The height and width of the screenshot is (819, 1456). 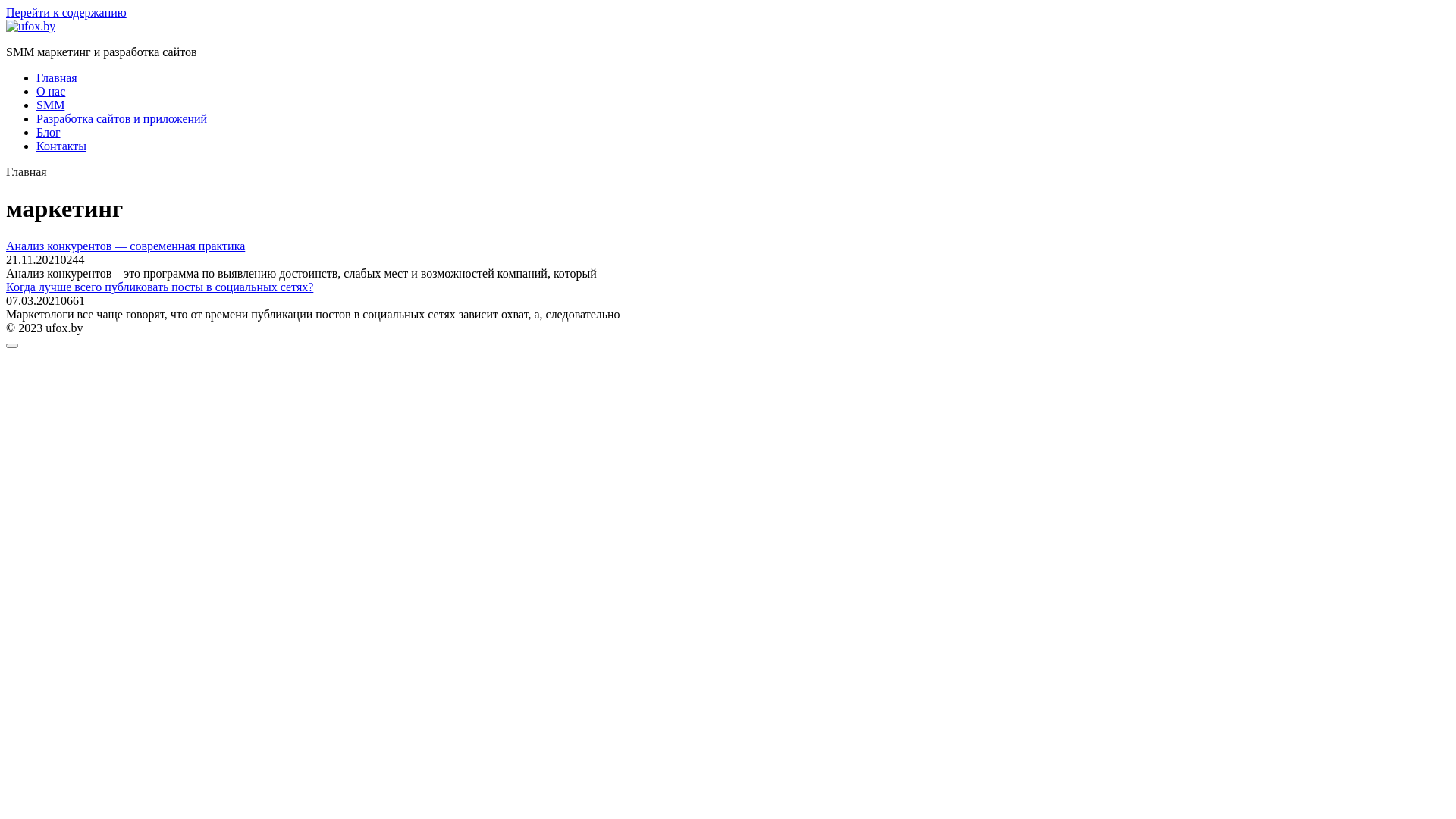 I want to click on 'SMM', so click(x=50, y=104).